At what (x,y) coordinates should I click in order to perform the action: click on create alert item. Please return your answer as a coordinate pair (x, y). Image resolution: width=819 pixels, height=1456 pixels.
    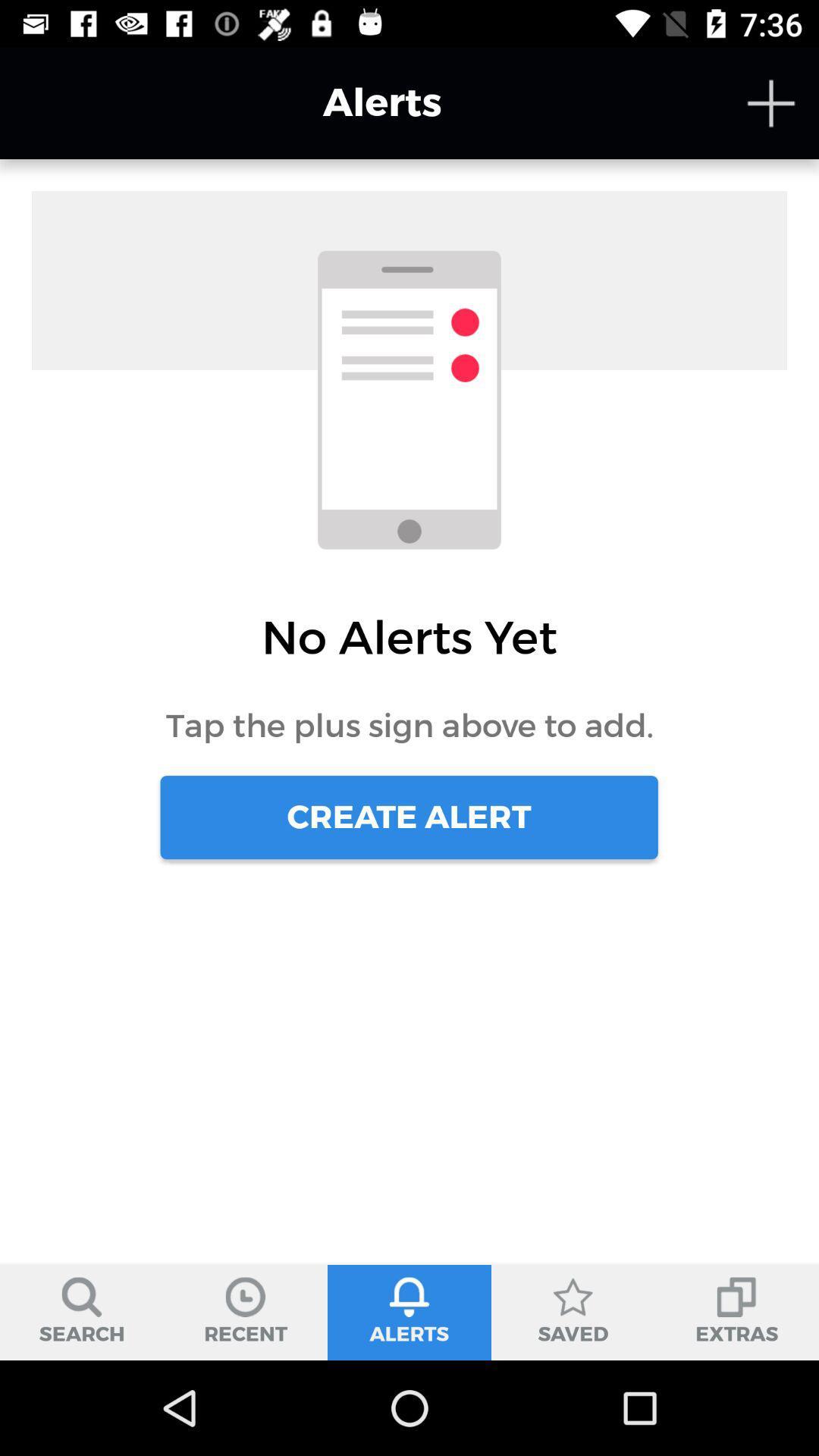
    Looking at the image, I should click on (408, 817).